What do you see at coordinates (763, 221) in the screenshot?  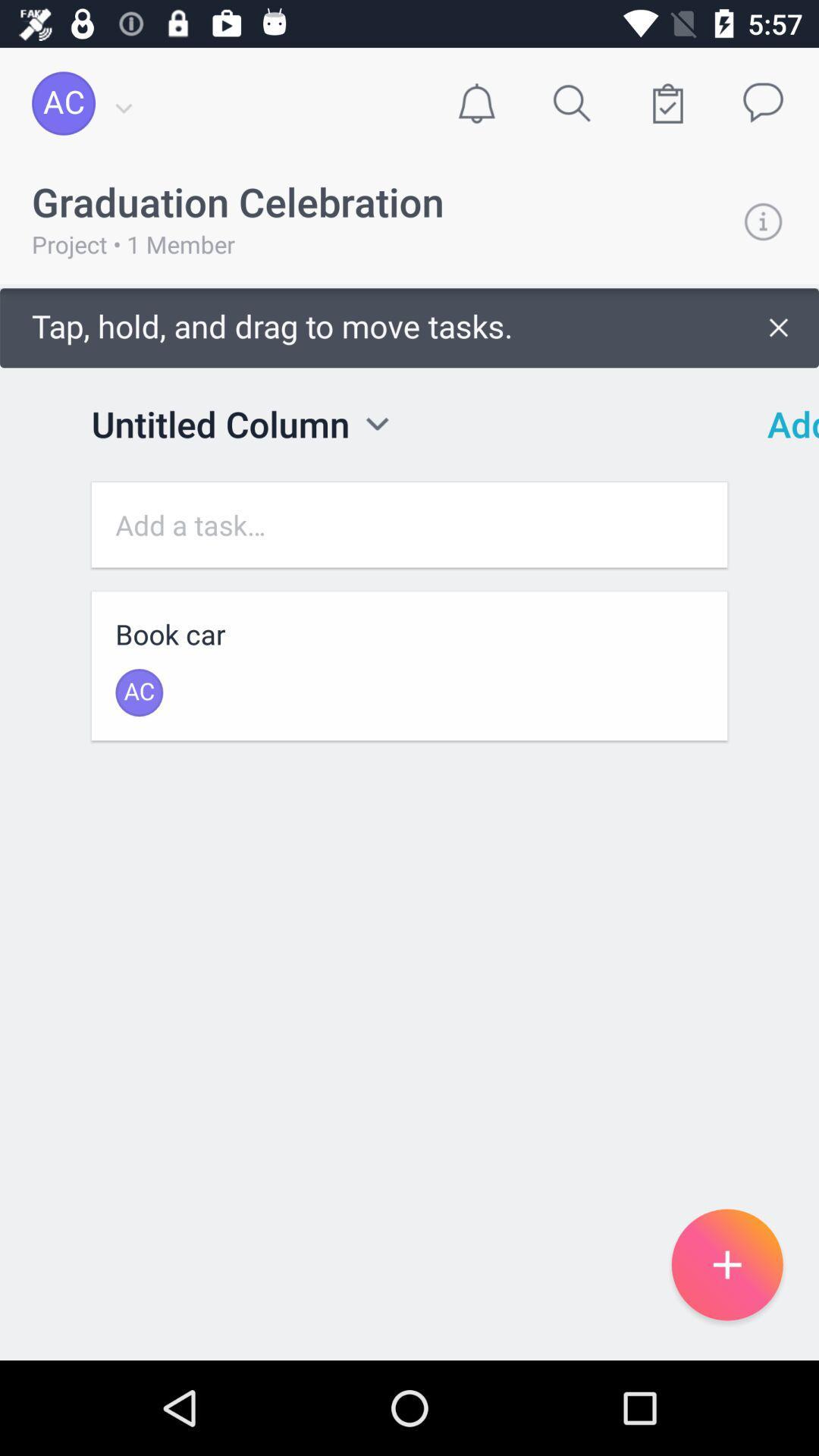 I see `info` at bounding box center [763, 221].